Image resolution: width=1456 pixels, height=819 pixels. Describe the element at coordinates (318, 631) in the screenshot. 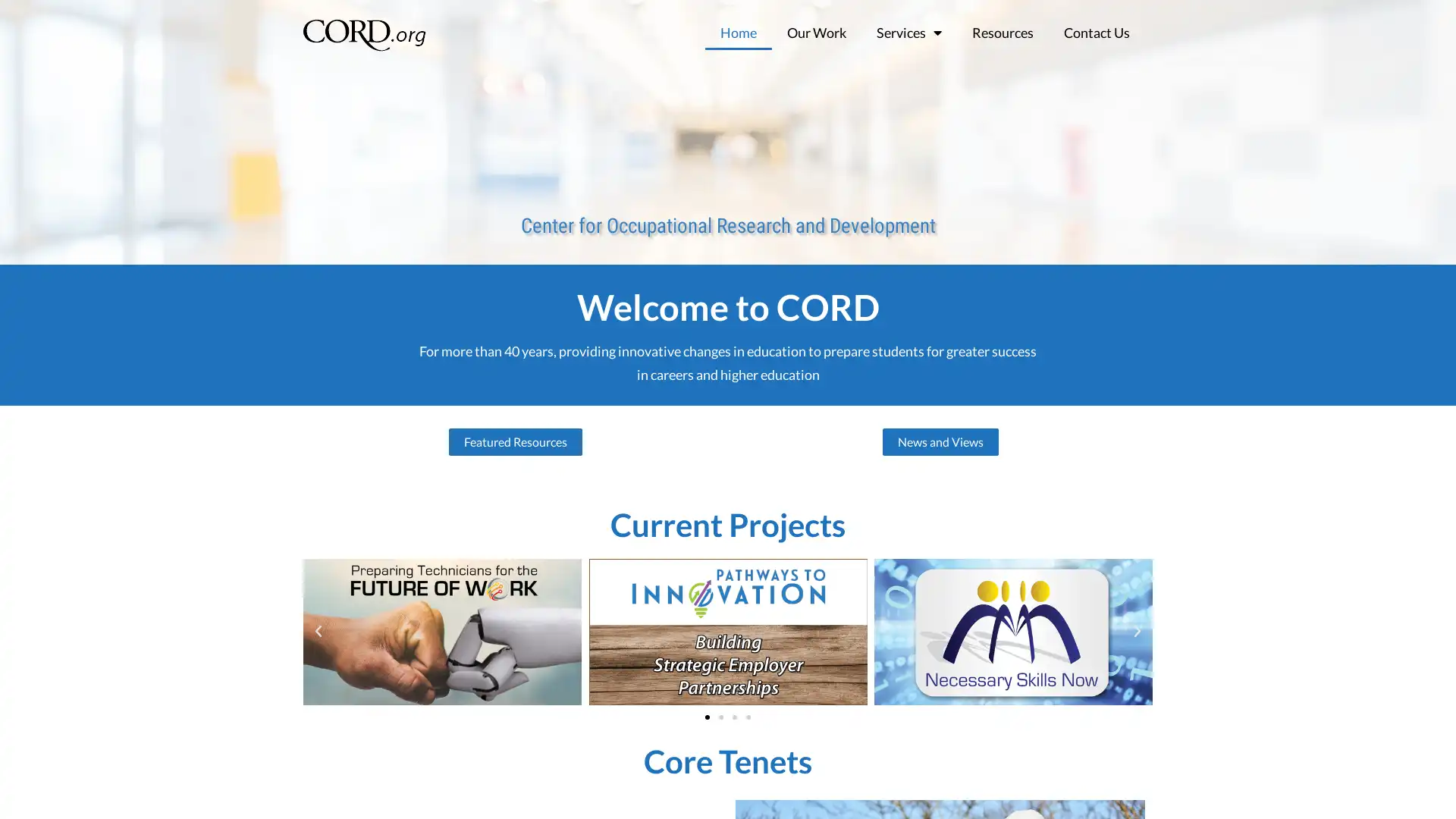

I see `Previous slide` at that location.